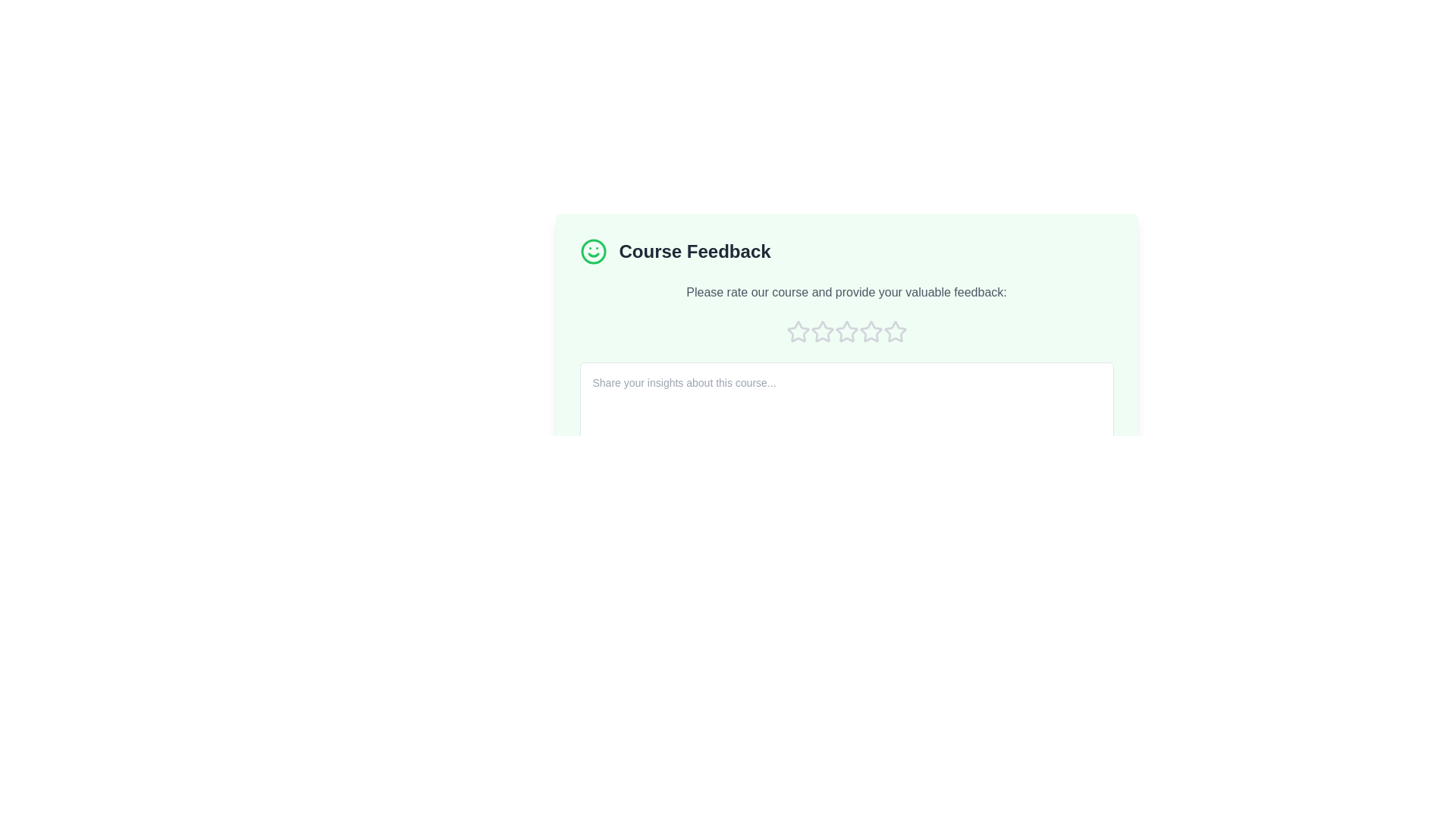 Image resolution: width=1456 pixels, height=819 pixels. Describe the element at coordinates (895, 331) in the screenshot. I see `the fifth star icon in the rating row` at that location.